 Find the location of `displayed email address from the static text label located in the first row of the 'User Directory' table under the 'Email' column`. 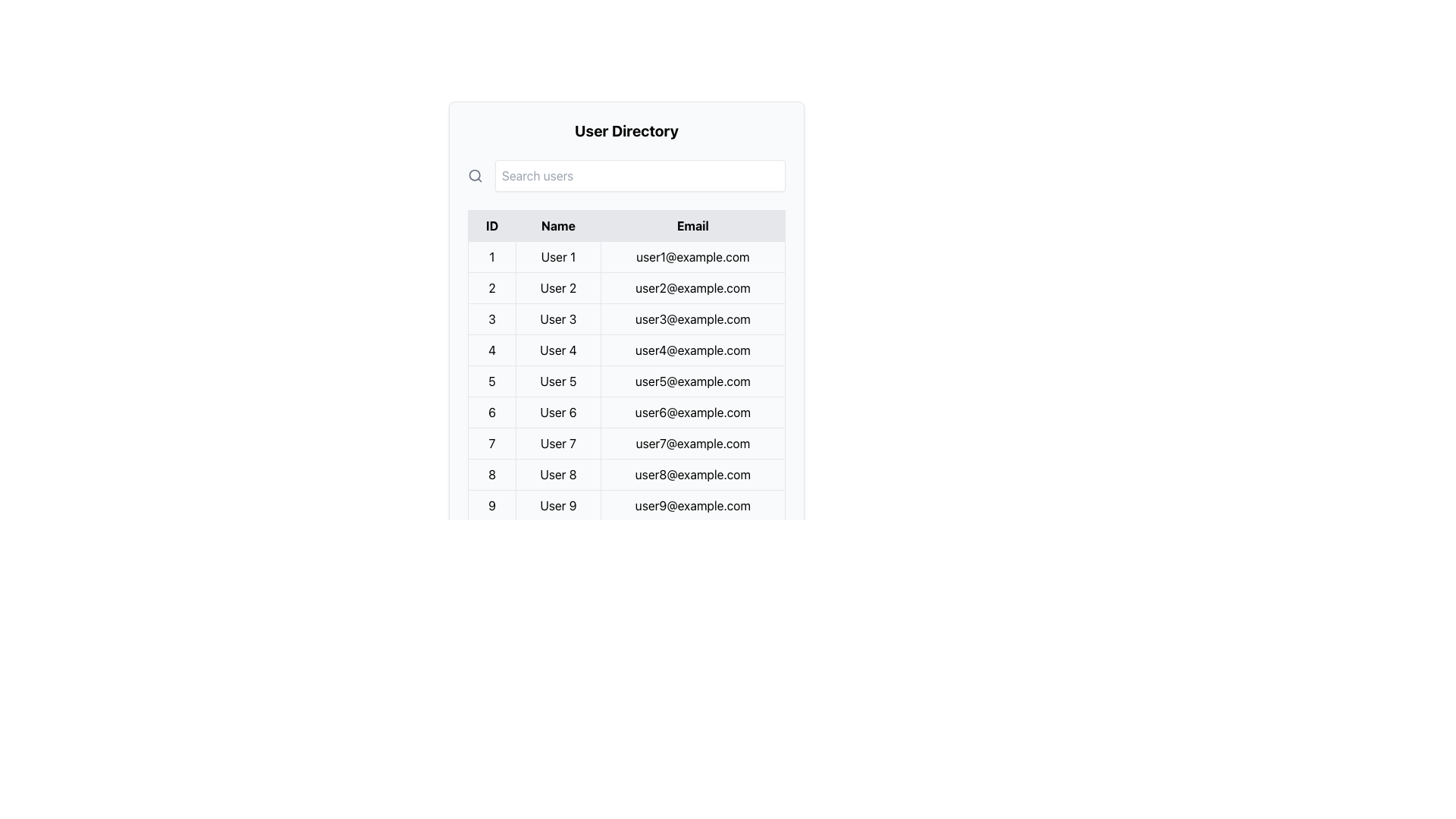

displayed email address from the static text label located in the first row of the 'User Directory' table under the 'Email' column is located at coordinates (692, 256).